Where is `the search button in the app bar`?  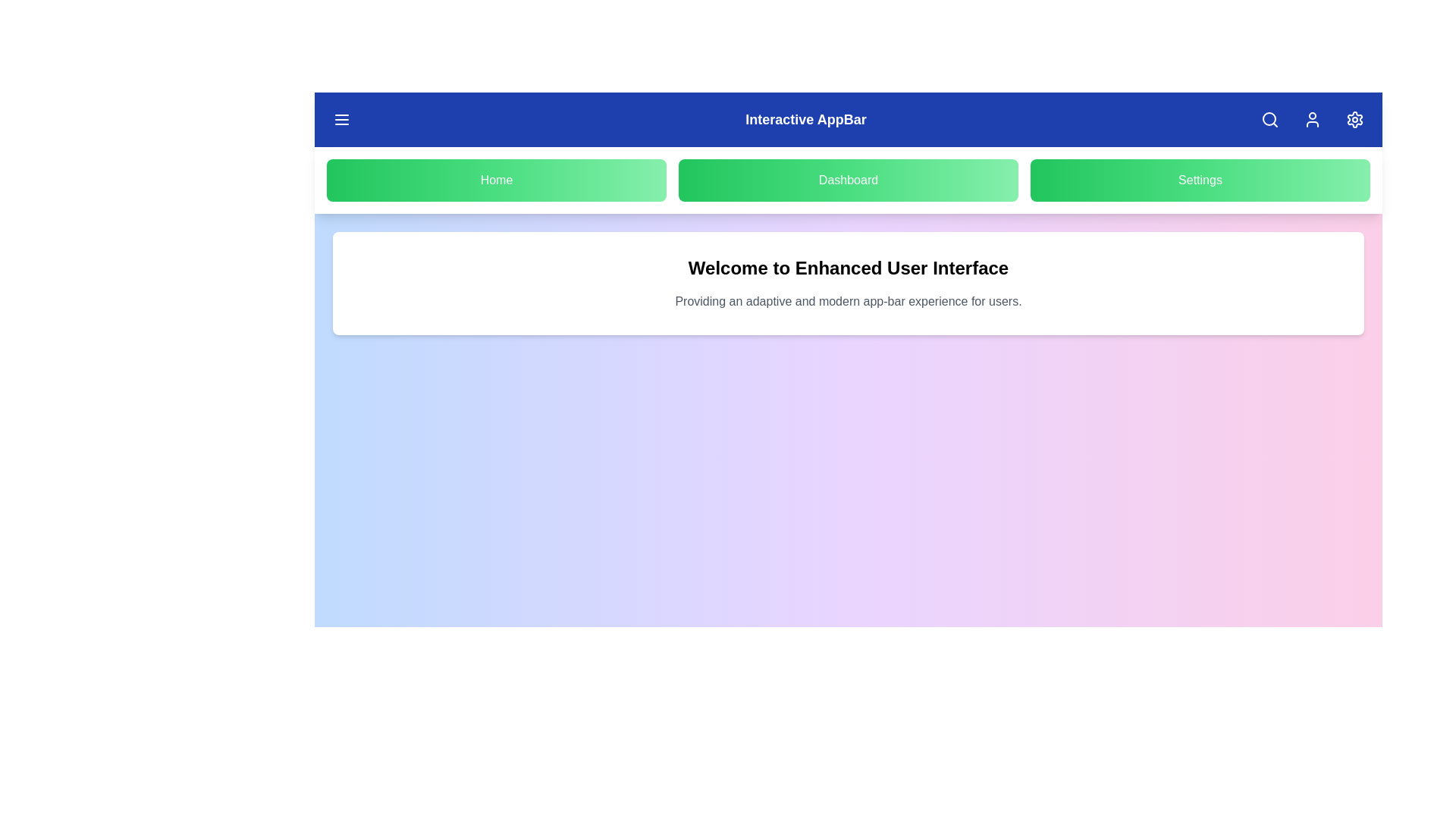
the search button in the app bar is located at coordinates (1270, 119).